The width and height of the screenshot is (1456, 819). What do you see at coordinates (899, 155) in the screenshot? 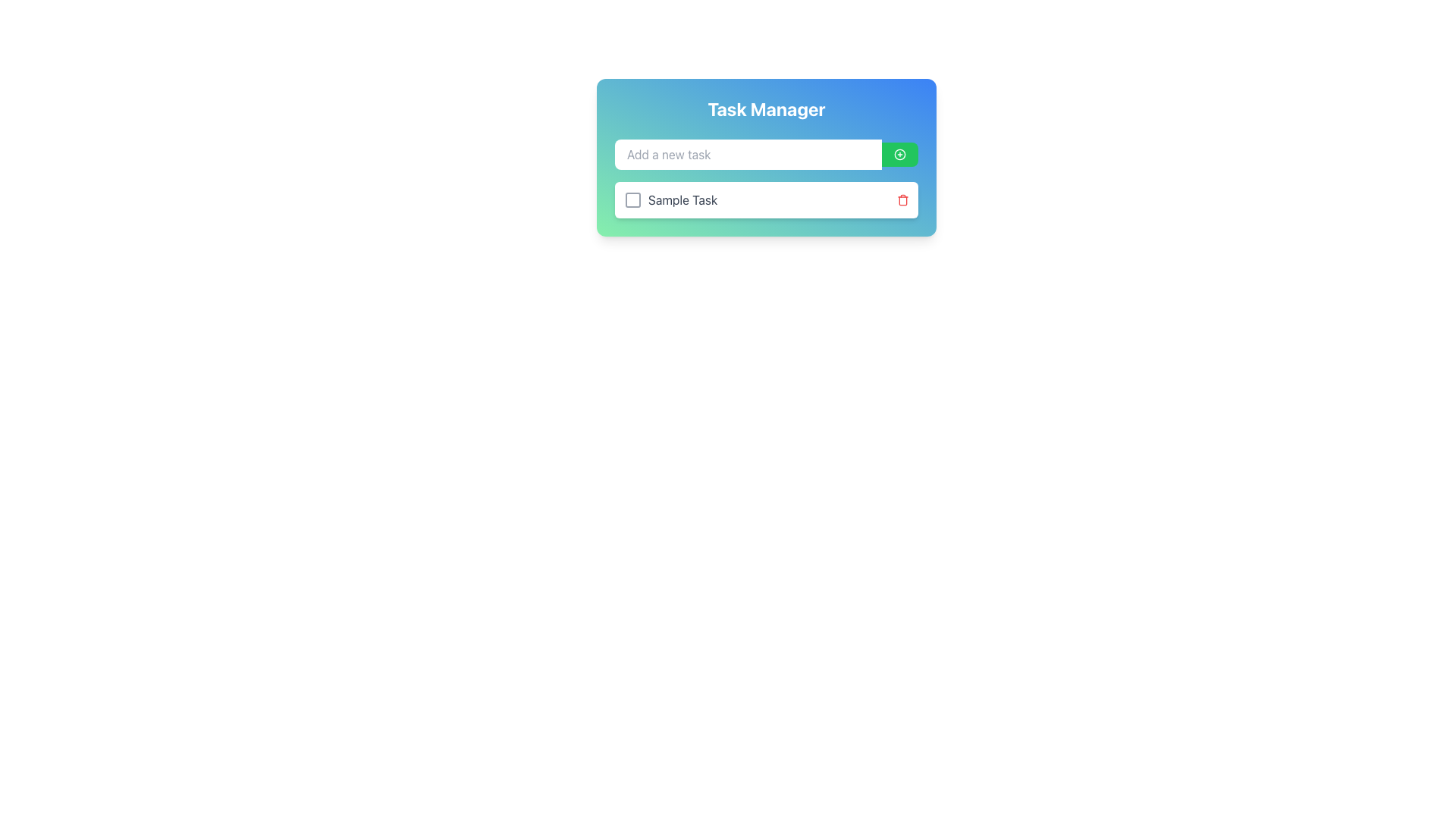
I see `the green circular icon with a plus sign located in the upper right corner of the green button to initiate adding a new task` at bounding box center [899, 155].